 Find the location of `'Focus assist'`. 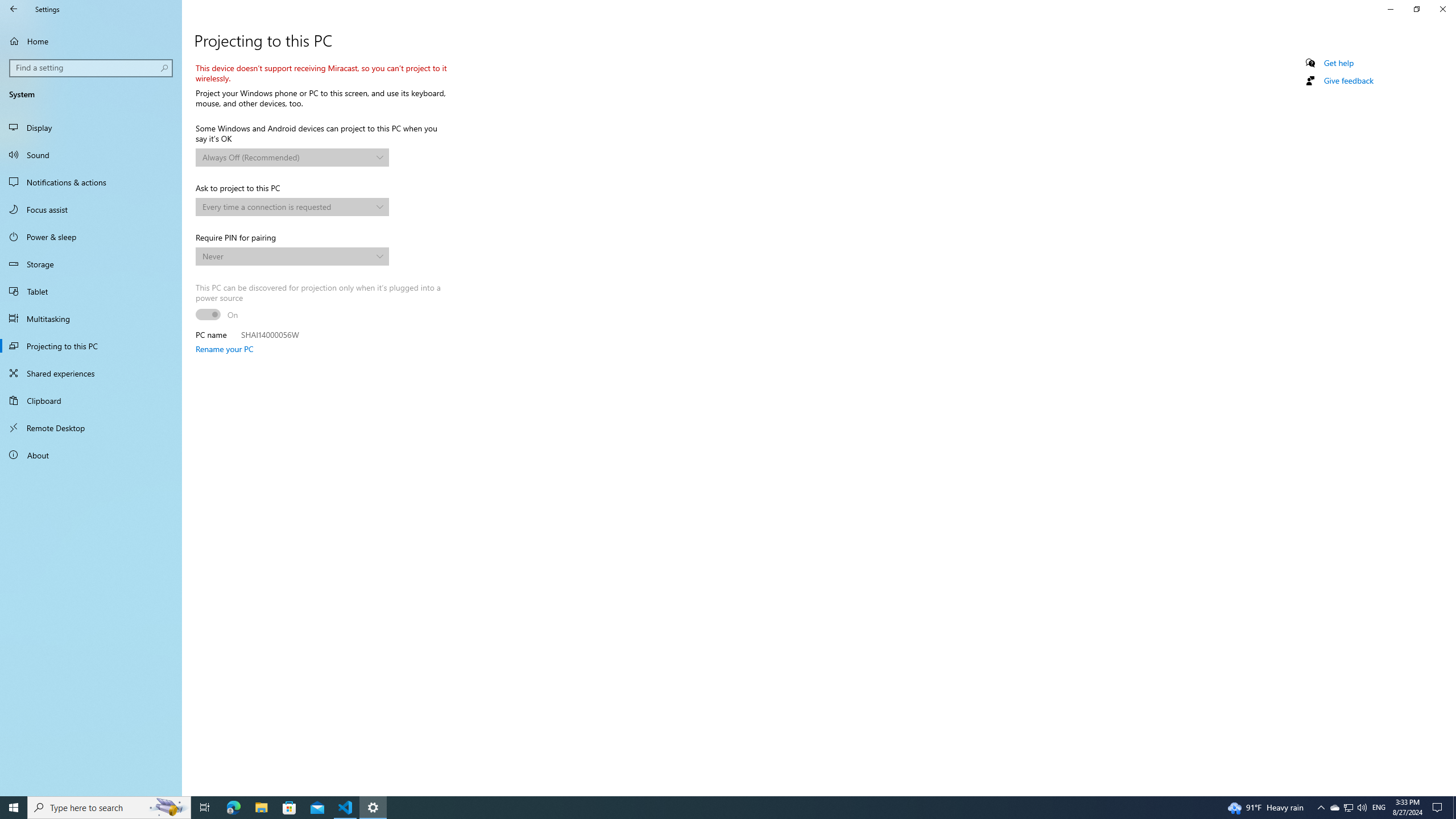

'Focus assist' is located at coordinates (90, 209).